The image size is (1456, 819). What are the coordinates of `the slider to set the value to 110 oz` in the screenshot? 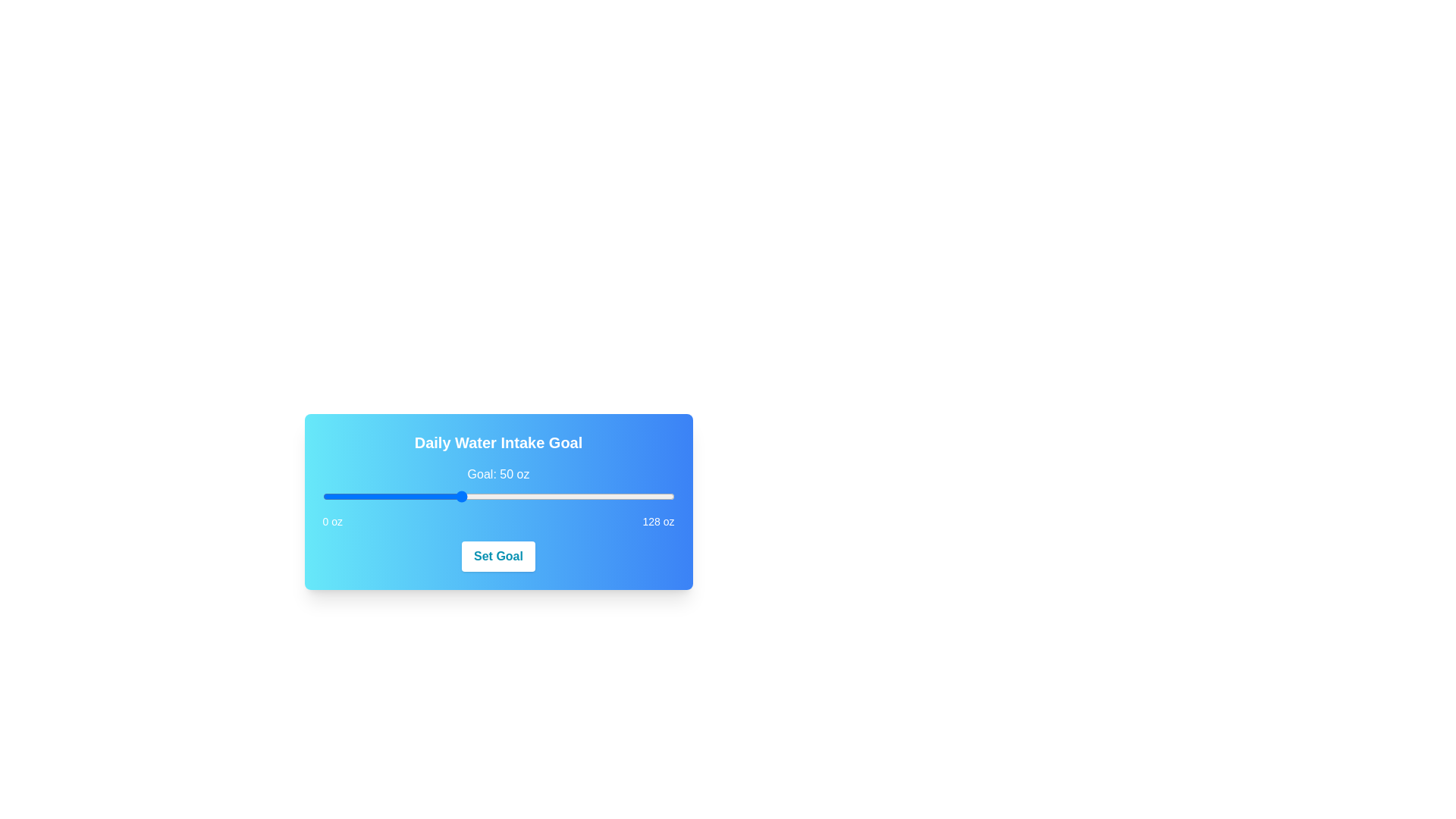 It's located at (625, 497).